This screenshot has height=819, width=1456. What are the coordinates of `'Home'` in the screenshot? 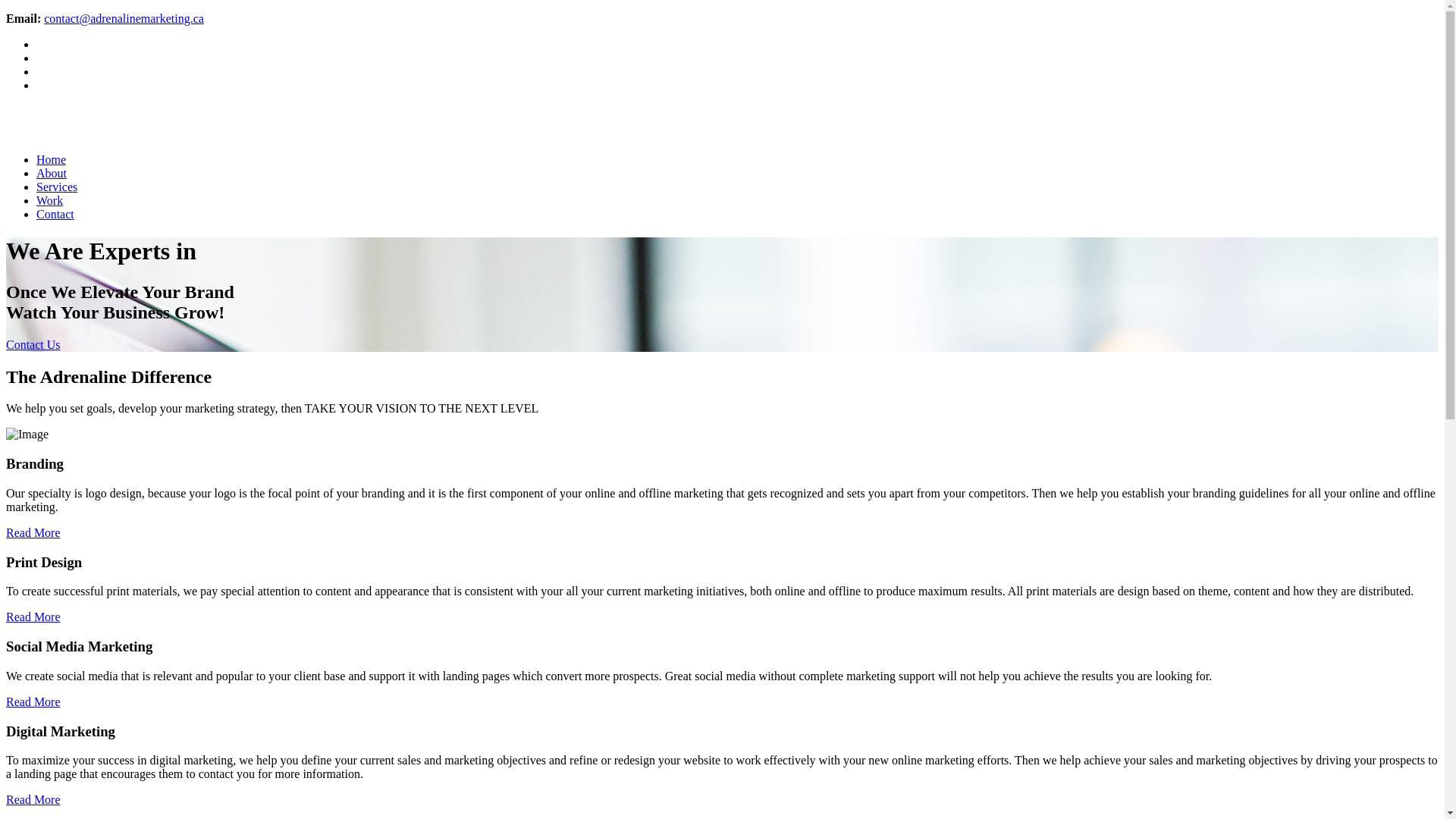 It's located at (51, 159).